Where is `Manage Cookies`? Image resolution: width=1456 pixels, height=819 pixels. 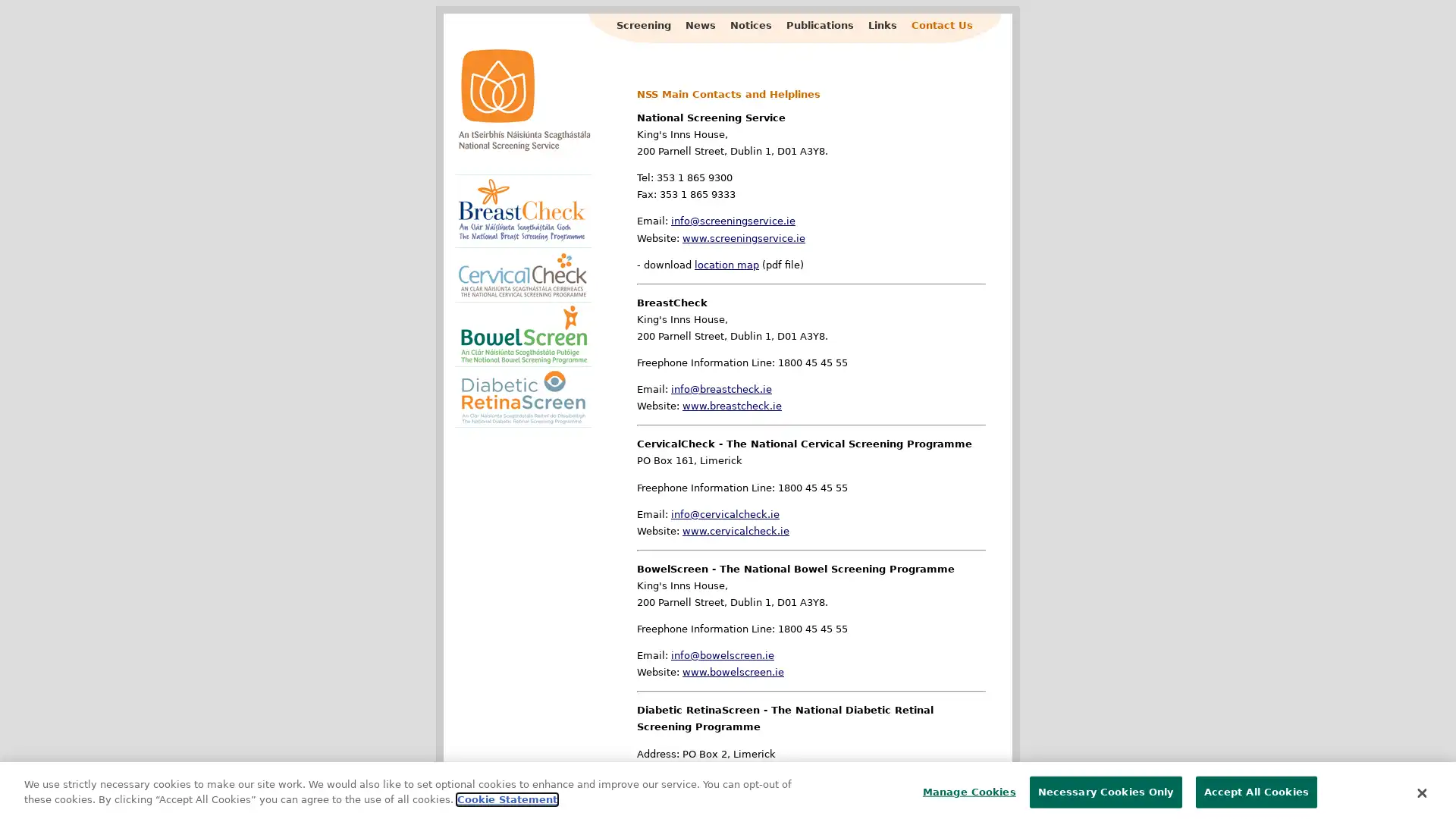 Manage Cookies is located at coordinates (964, 786).